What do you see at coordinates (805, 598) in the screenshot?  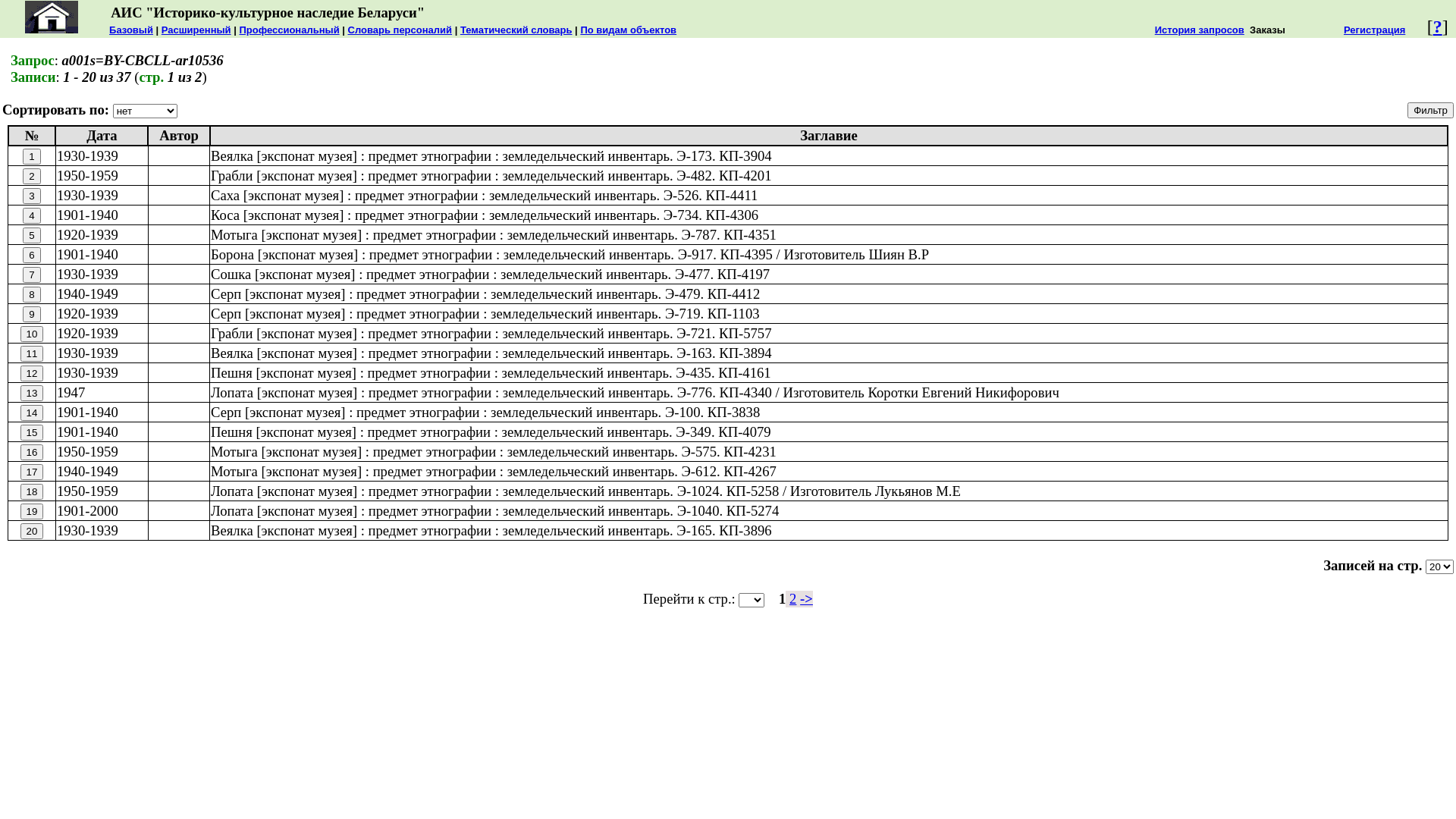 I see `'->'` at bounding box center [805, 598].